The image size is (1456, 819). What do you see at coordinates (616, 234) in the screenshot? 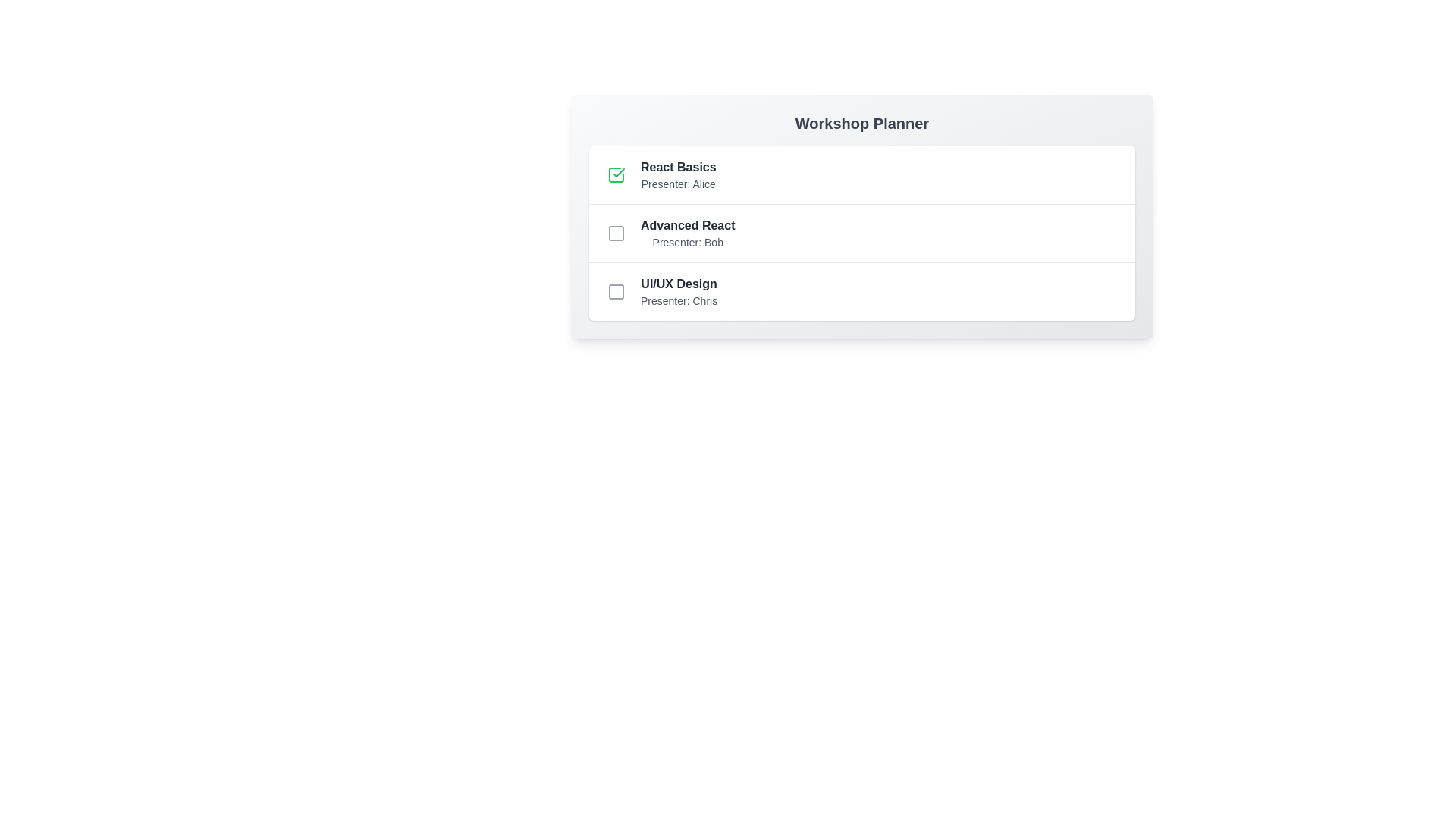
I see `the session identified by Advanced React` at bounding box center [616, 234].